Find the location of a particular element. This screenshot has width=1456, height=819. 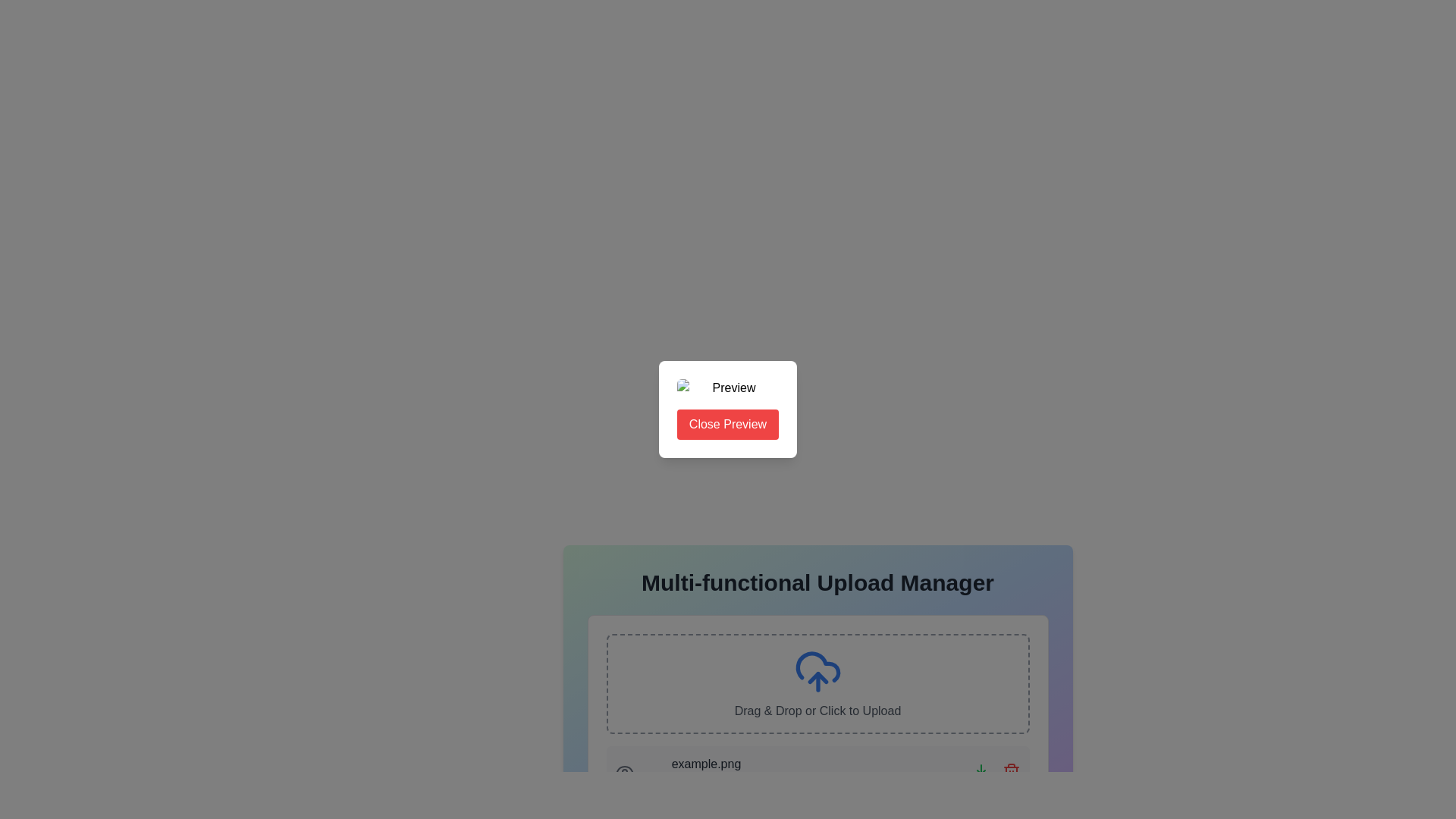

and drop files onto the File upload box located centrally beneath the 'Multi-functional Upload Manager' header is located at coordinates (817, 648).